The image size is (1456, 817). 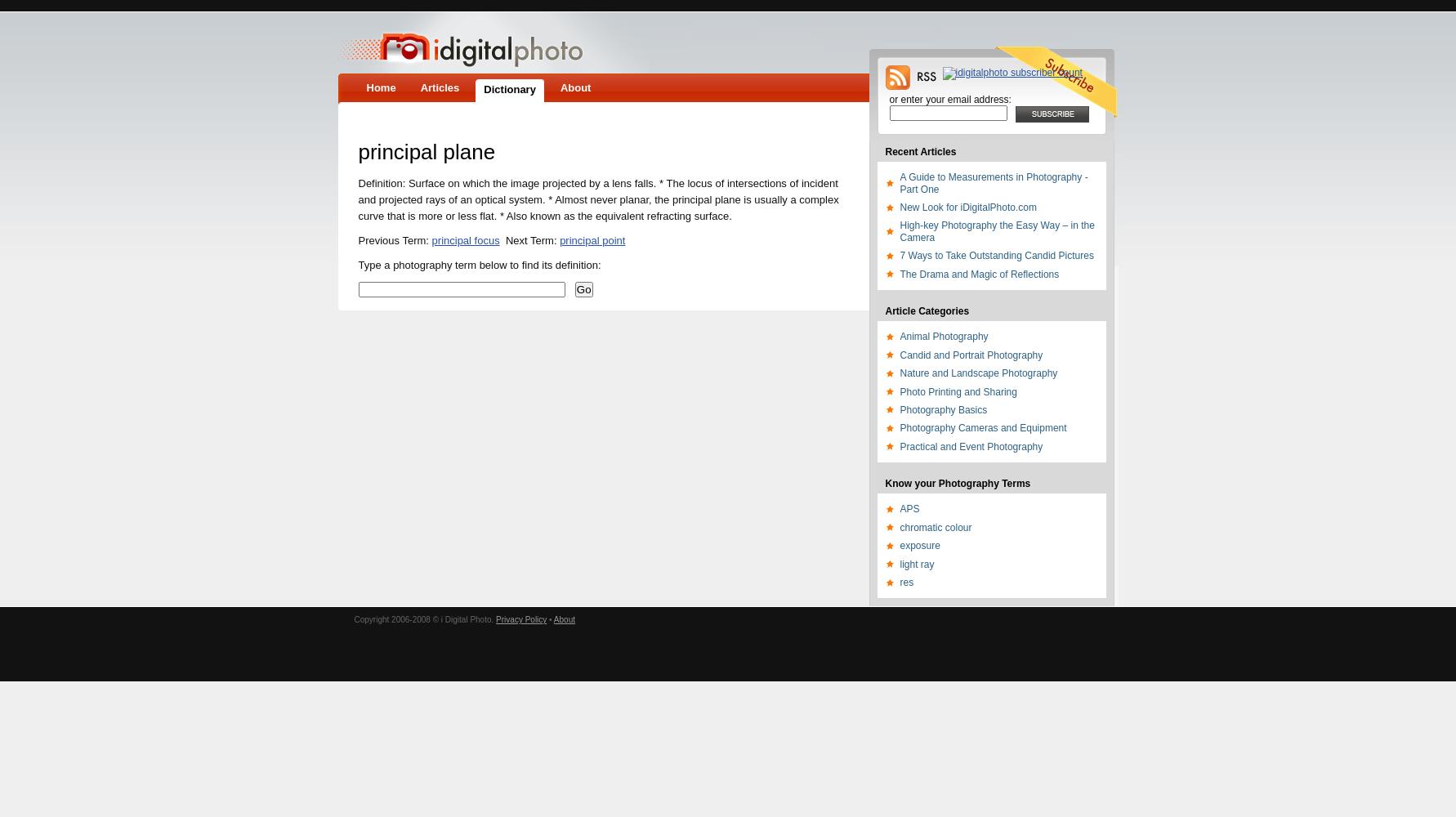 What do you see at coordinates (899, 208) in the screenshot?
I see `'New Look for iDigitalPhoto.com'` at bounding box center [899, 208].